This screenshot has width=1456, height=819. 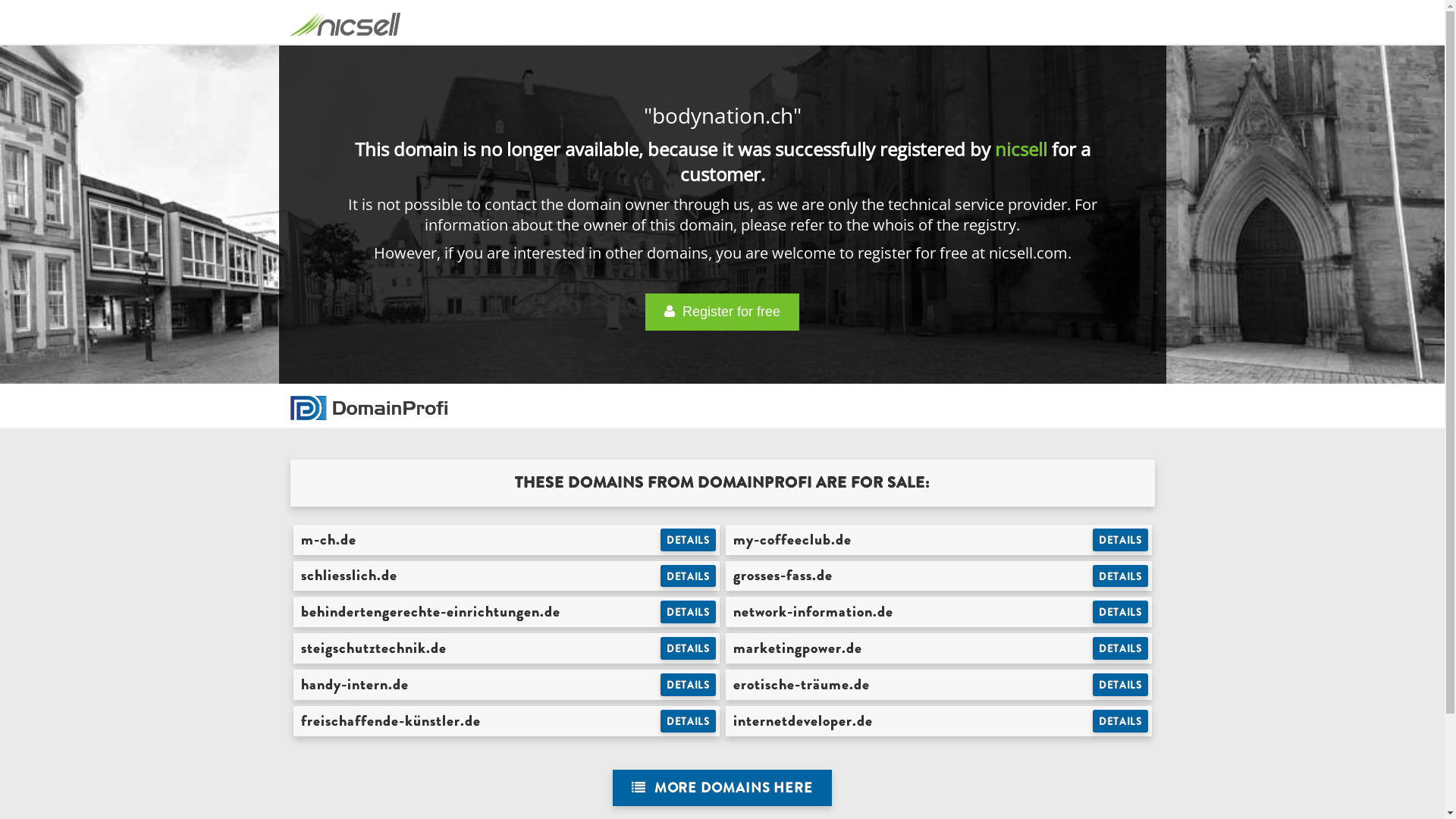 I want to click on 'DETAILS', so click(x=687, y=539).